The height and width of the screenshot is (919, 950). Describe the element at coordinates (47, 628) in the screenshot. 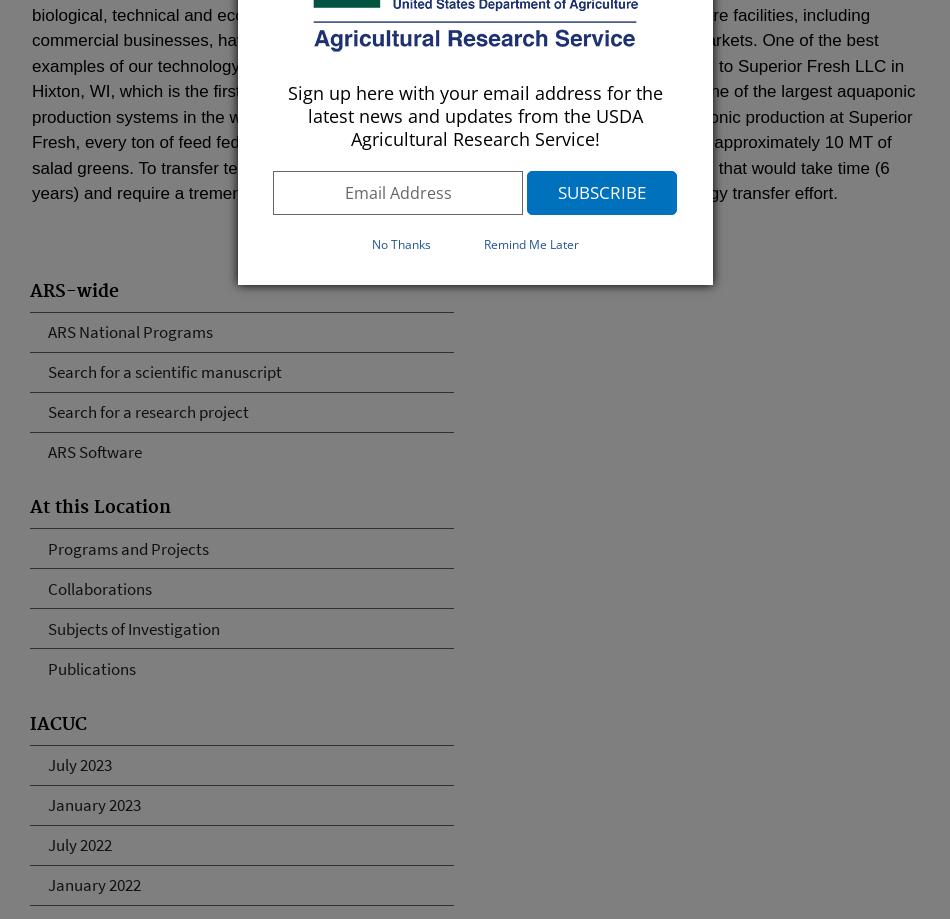

I see `'Subjects of Investigation'` at that location.